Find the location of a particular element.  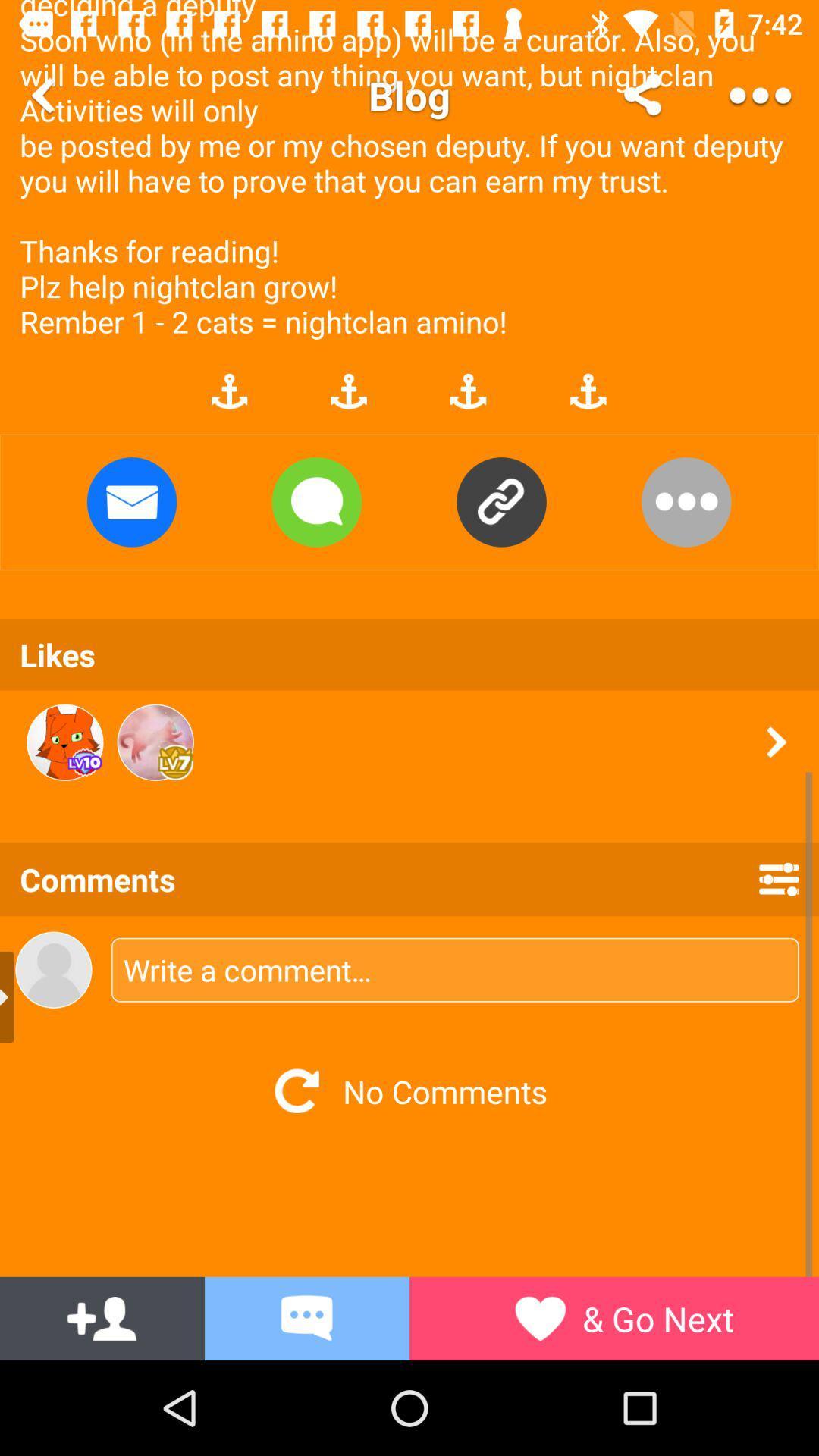

the message icon is located at coordinates (307, 1317).